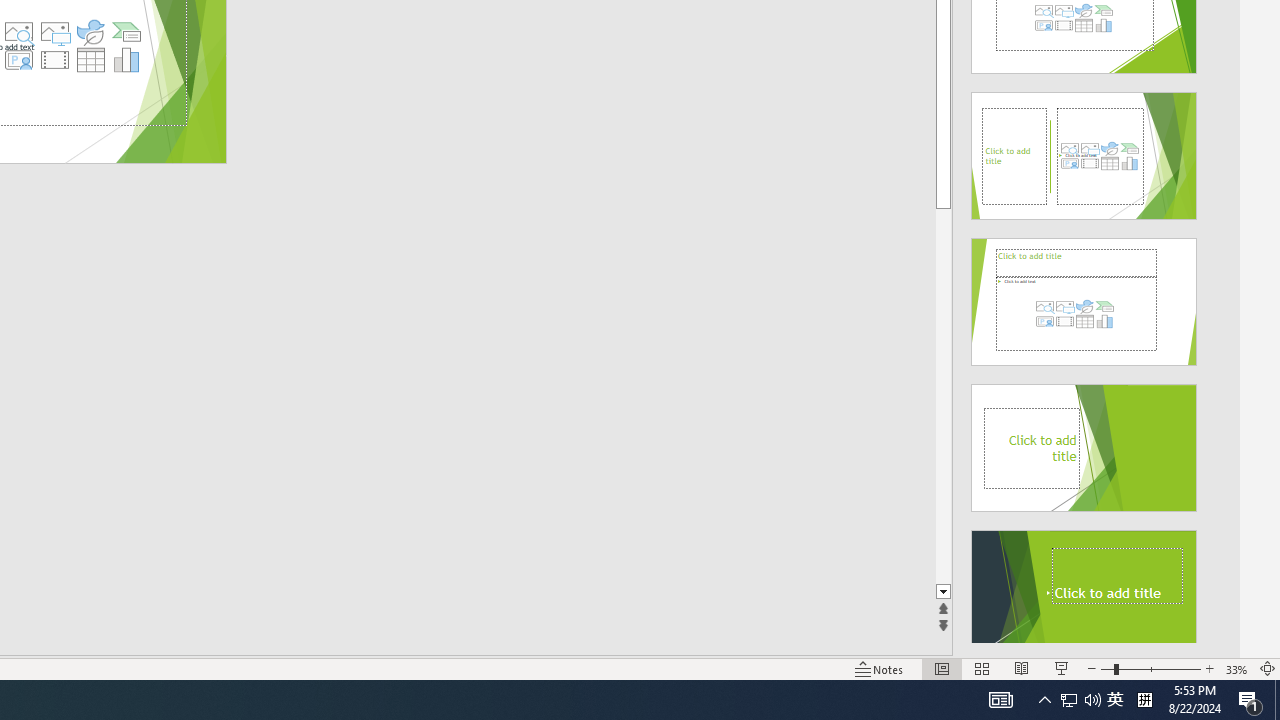 The image size is (1280, 720). Describe the element at coordinates (126, 59) in the screenshot. I see `'Insert Chart'` at that location.